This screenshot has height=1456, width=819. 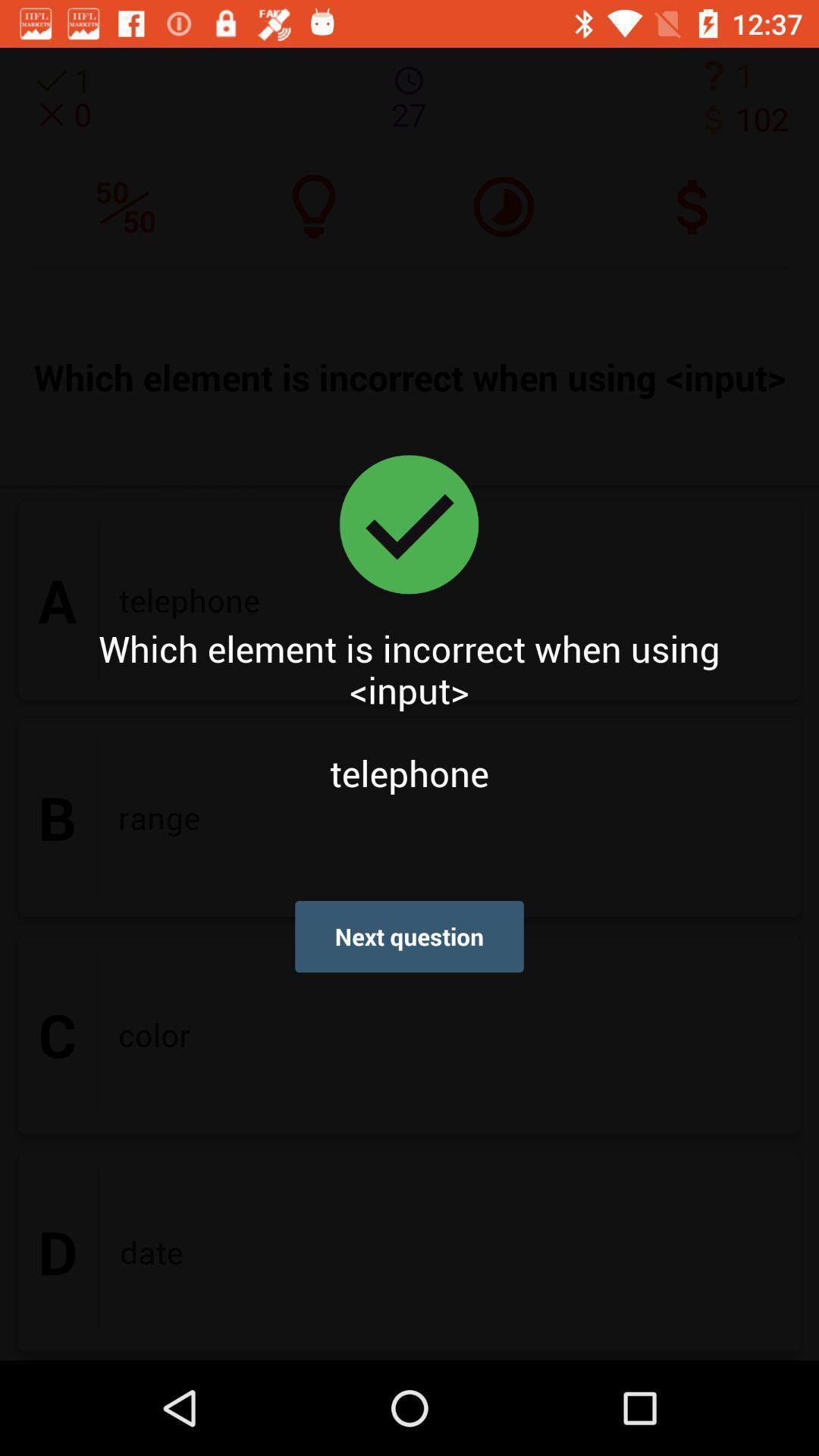 I want to click on the next question, so click(x=409, y=936).